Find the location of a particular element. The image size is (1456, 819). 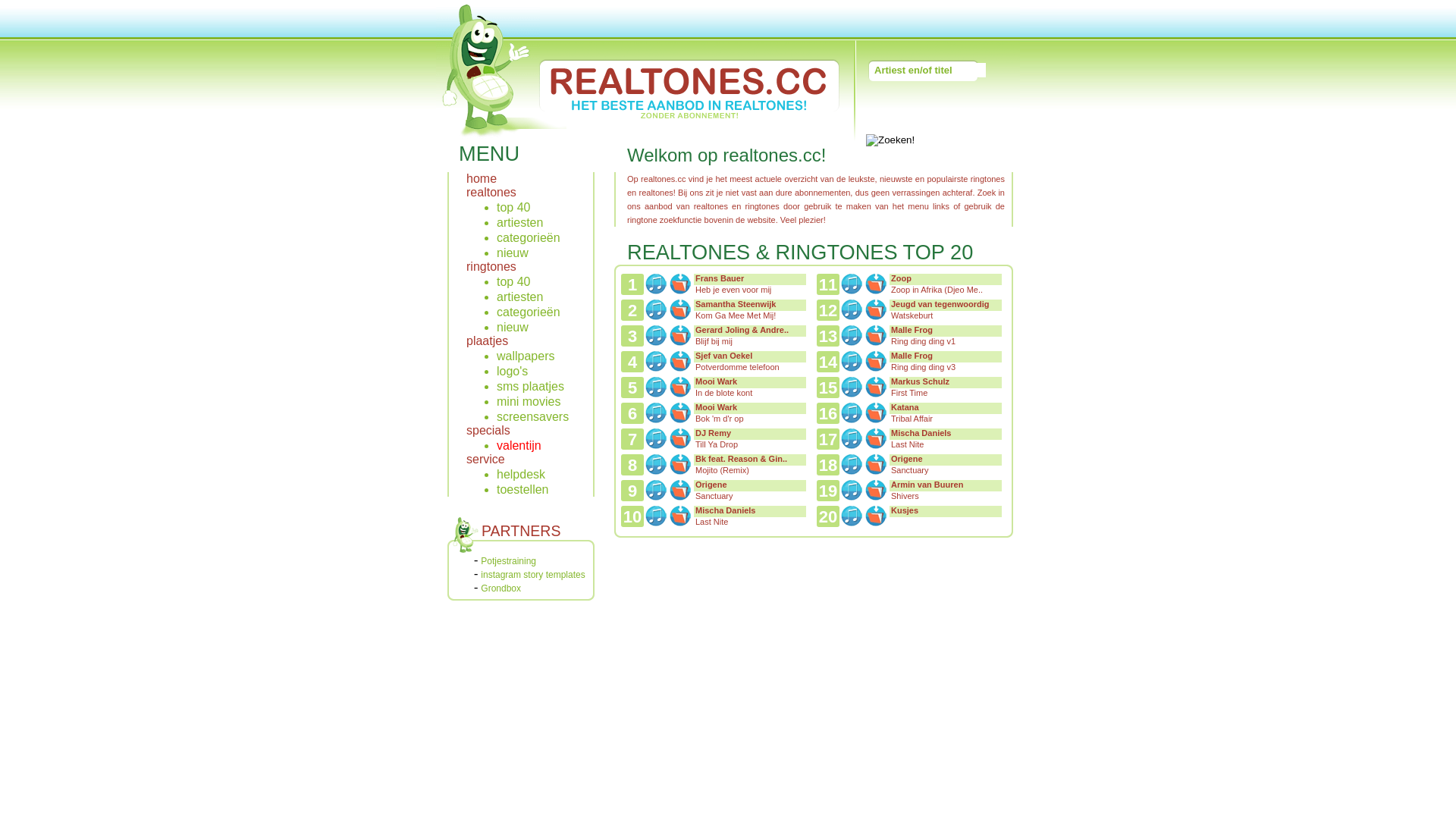

'First Time' is located at coordinates (891, 391).